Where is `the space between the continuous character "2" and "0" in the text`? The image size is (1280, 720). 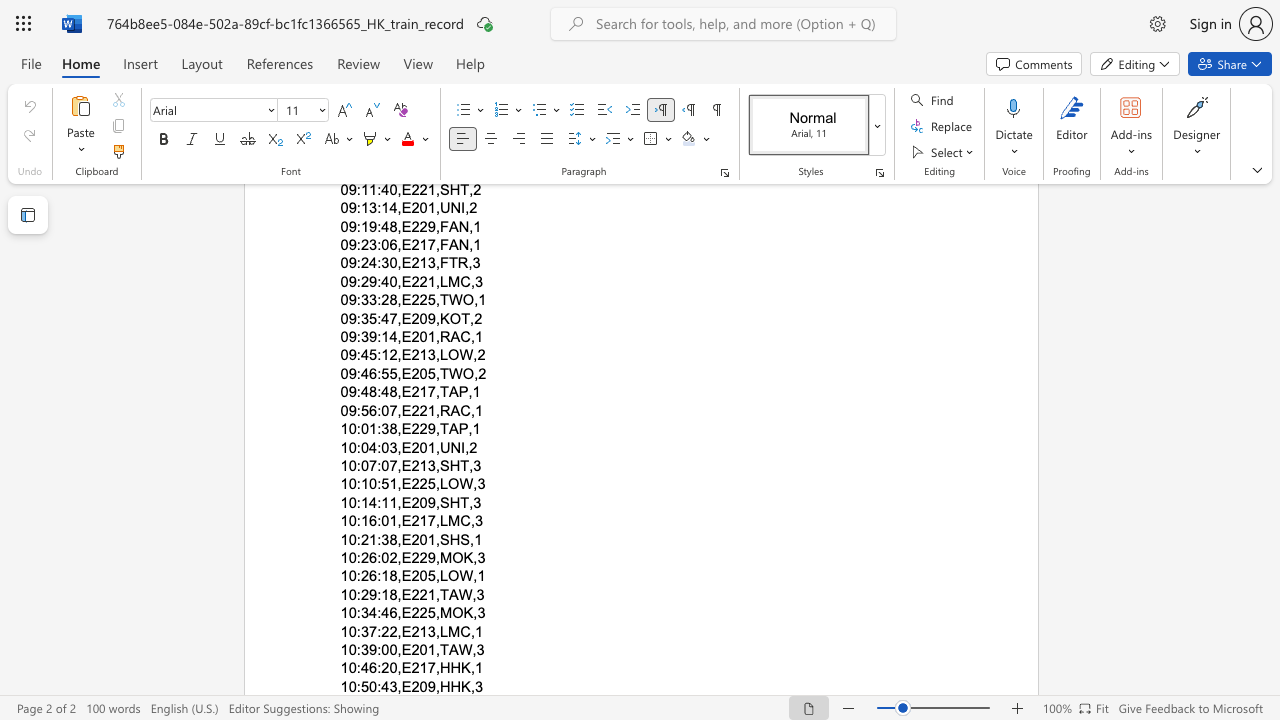
the space between the continuous character "2" and "0" in the text is located at coordinates (418, 685).